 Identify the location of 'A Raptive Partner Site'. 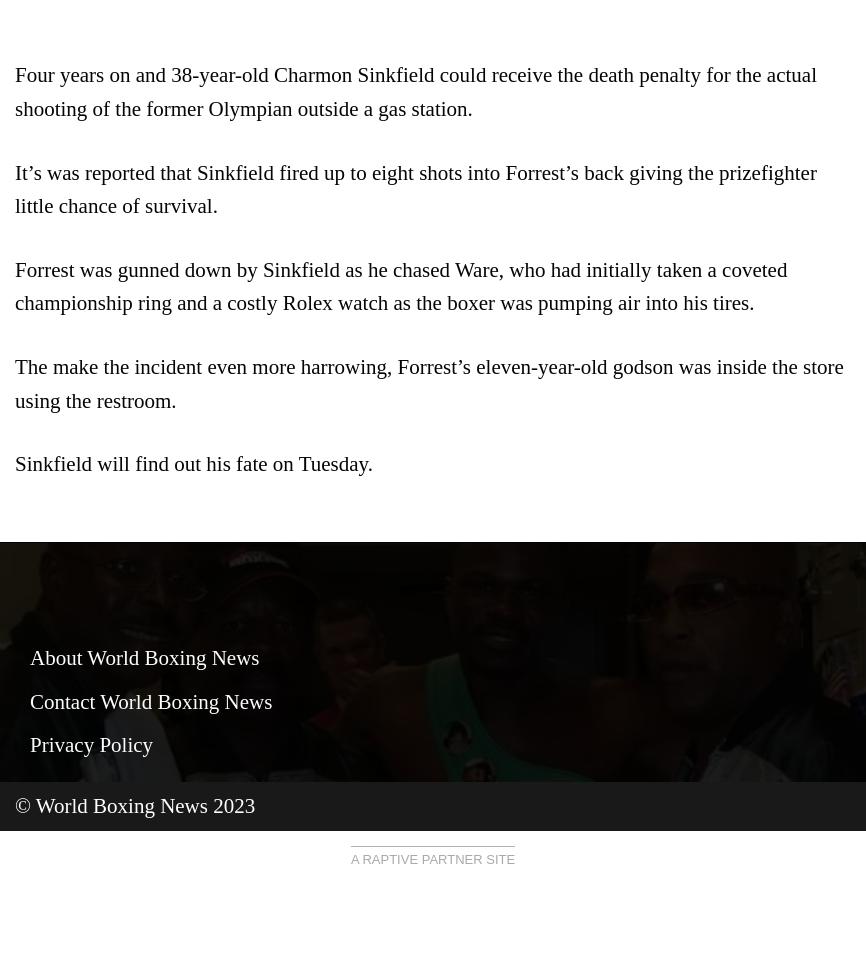
(431, 858).